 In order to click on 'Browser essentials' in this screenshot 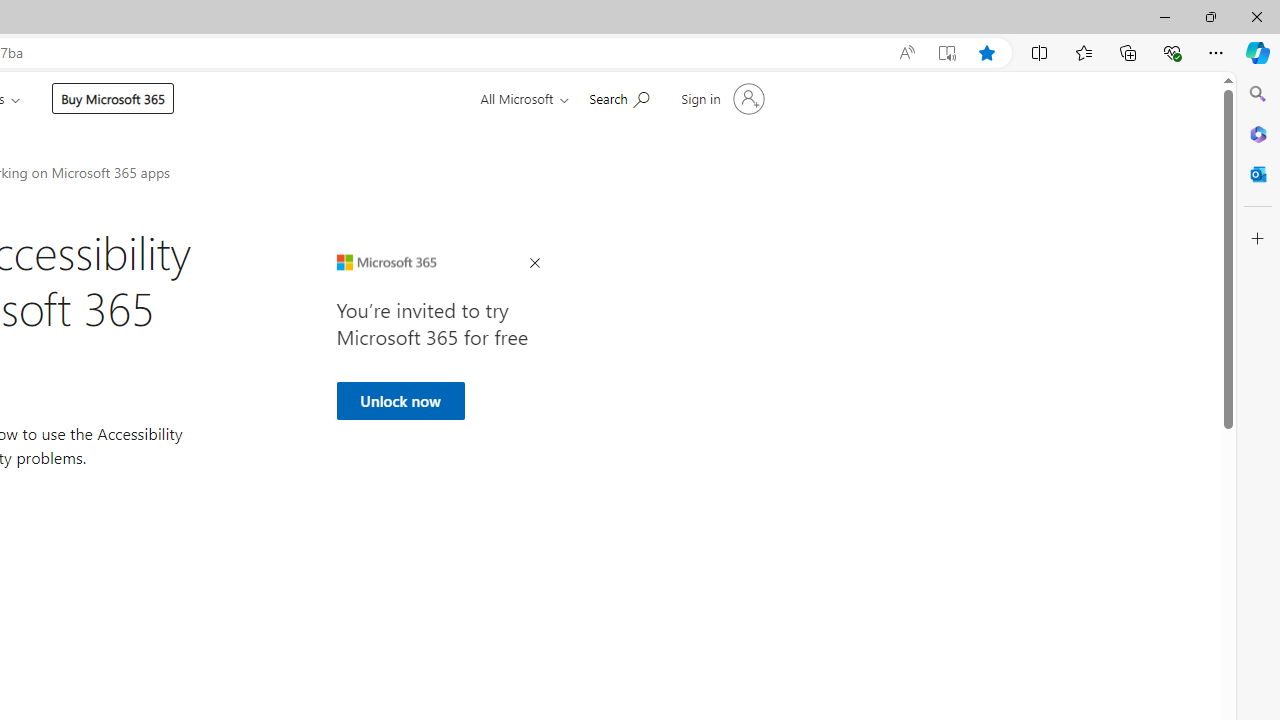, I will do `click(1171, 51)`.